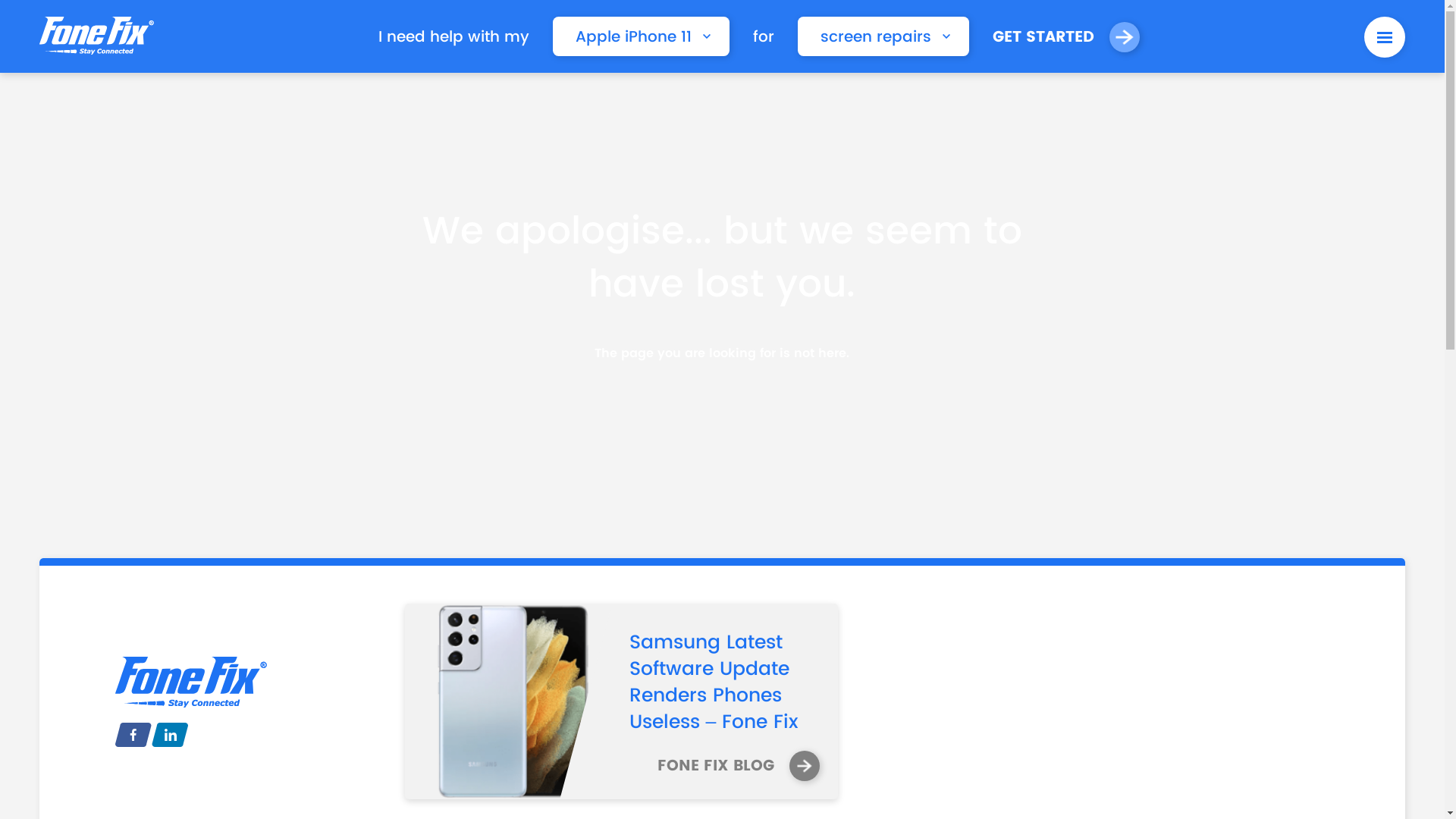 The width and height of the screenshot is (1456, 819). I want to click on 'FONE FIX BLOG', so click(739, 766).